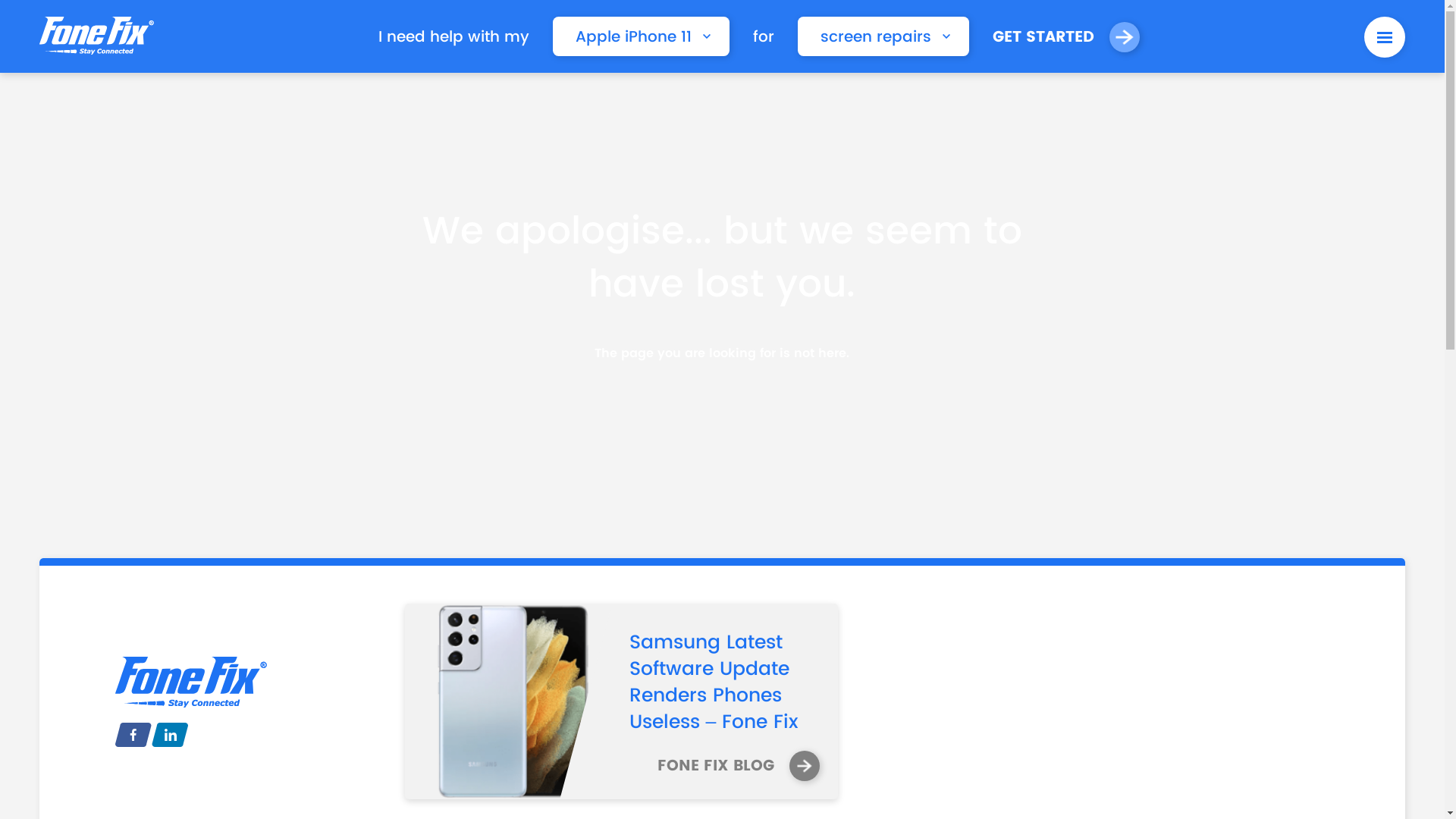 The width and height of the screenshot is (1456, 819). I want to click on 'FONE FIX BLOG', so click(739, 766).